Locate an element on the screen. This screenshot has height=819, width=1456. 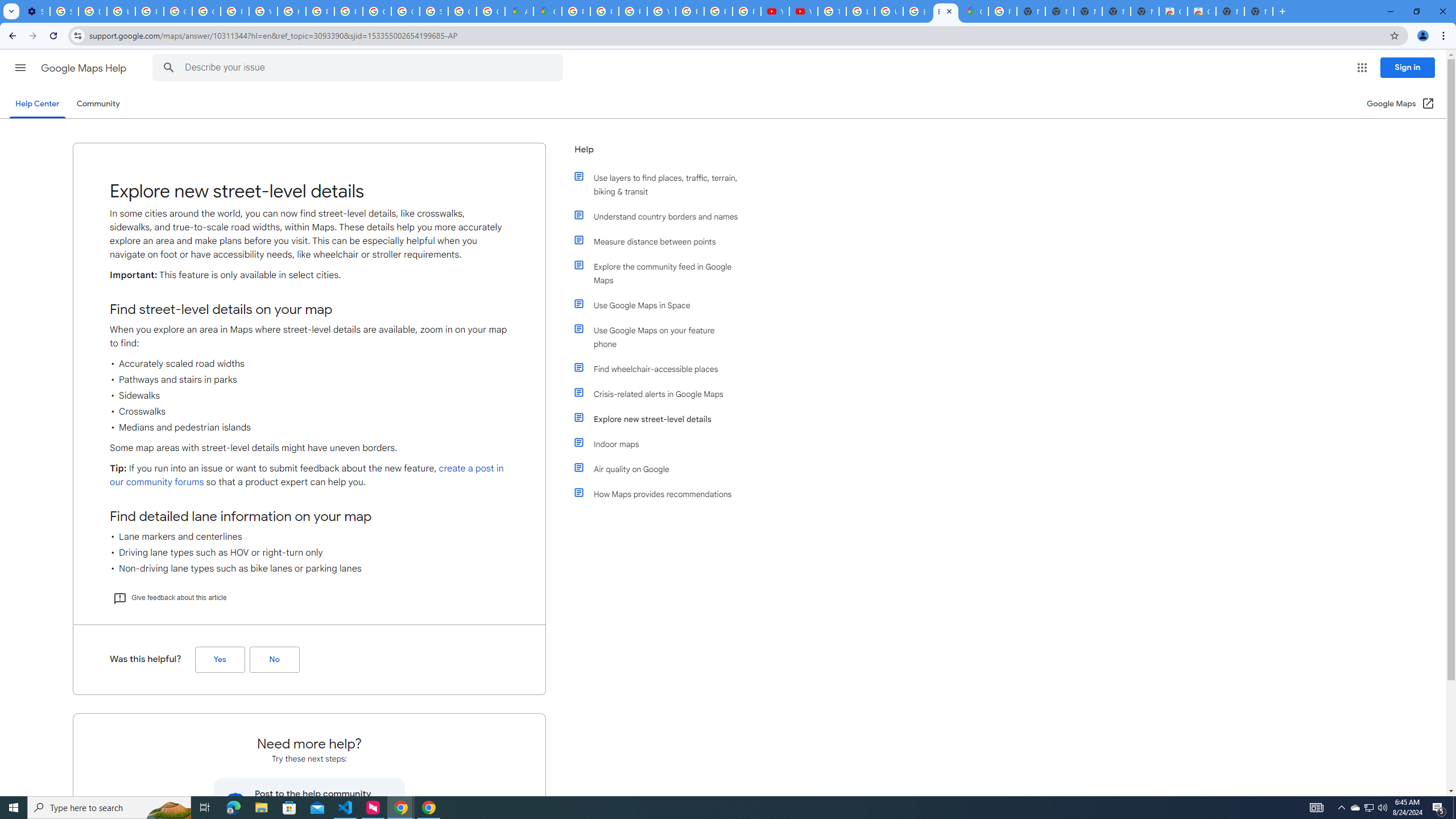
'Search Help Center' is located at coordinates (168, 67).